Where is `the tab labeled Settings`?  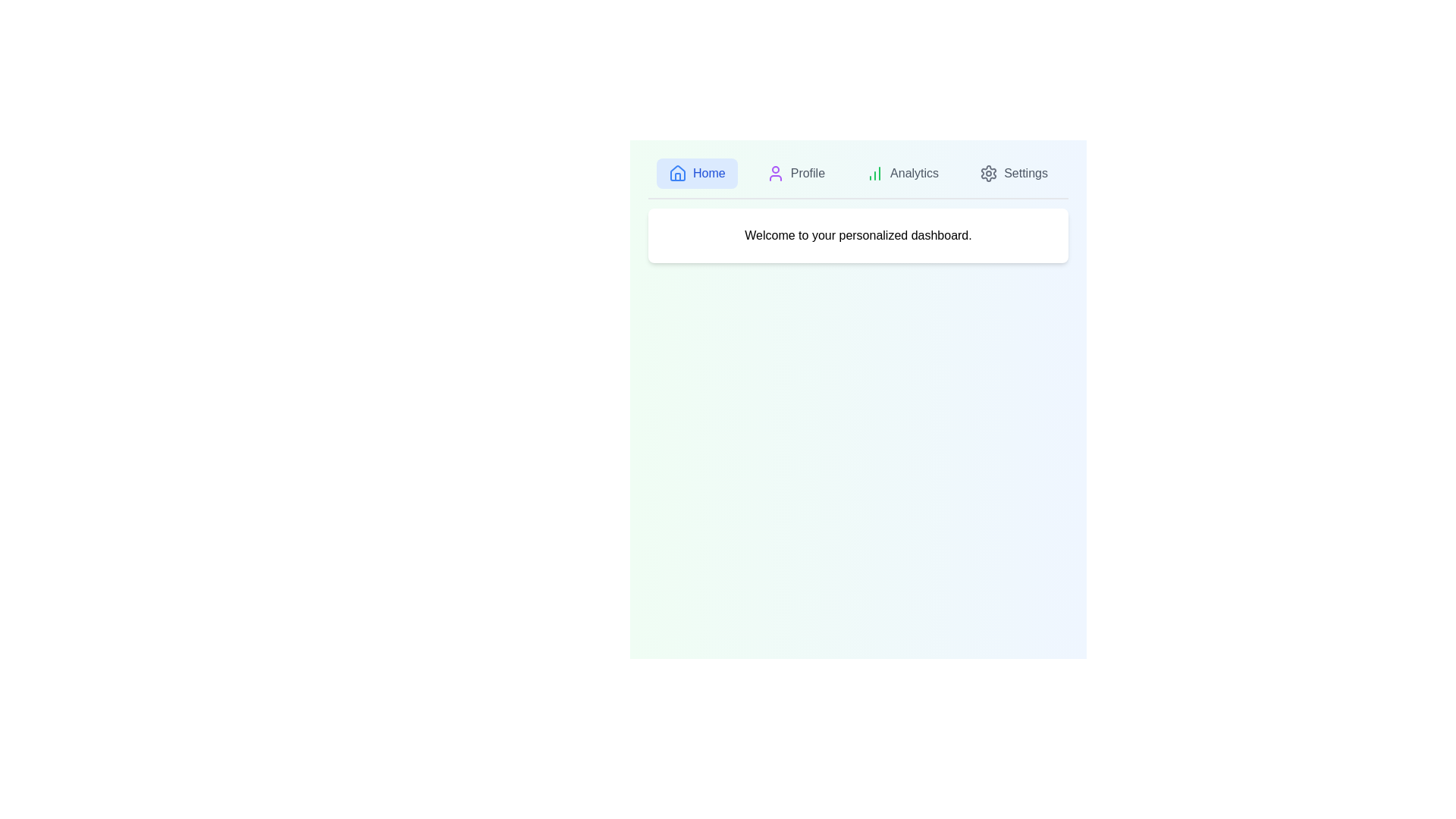 the tab labeled Settings is located at coordinates (1014, 172).